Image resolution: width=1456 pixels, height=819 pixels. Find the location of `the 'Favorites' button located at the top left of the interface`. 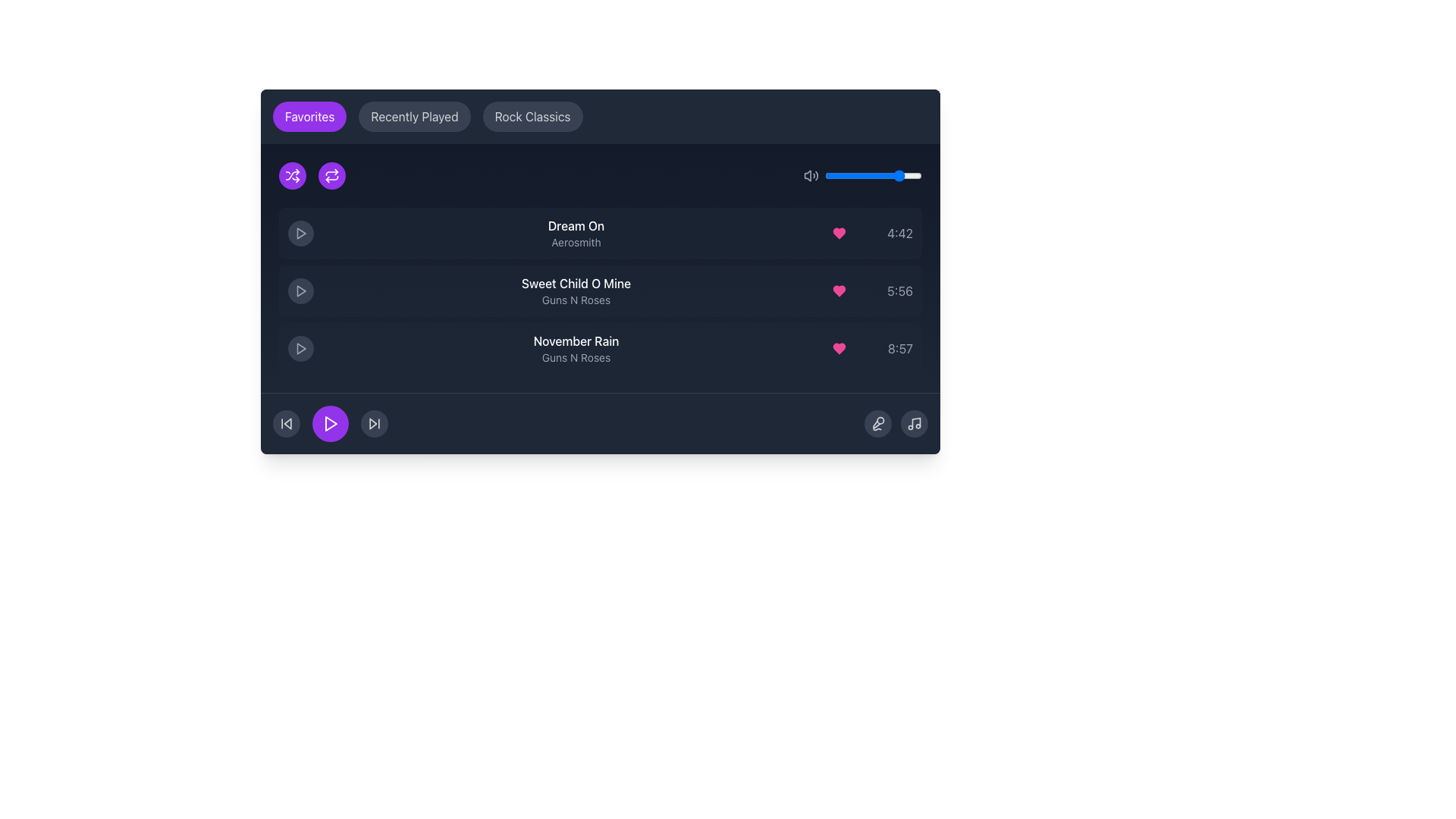

the 'Favorites' button located at the top left of the interface is located at coordinates (309, 116).